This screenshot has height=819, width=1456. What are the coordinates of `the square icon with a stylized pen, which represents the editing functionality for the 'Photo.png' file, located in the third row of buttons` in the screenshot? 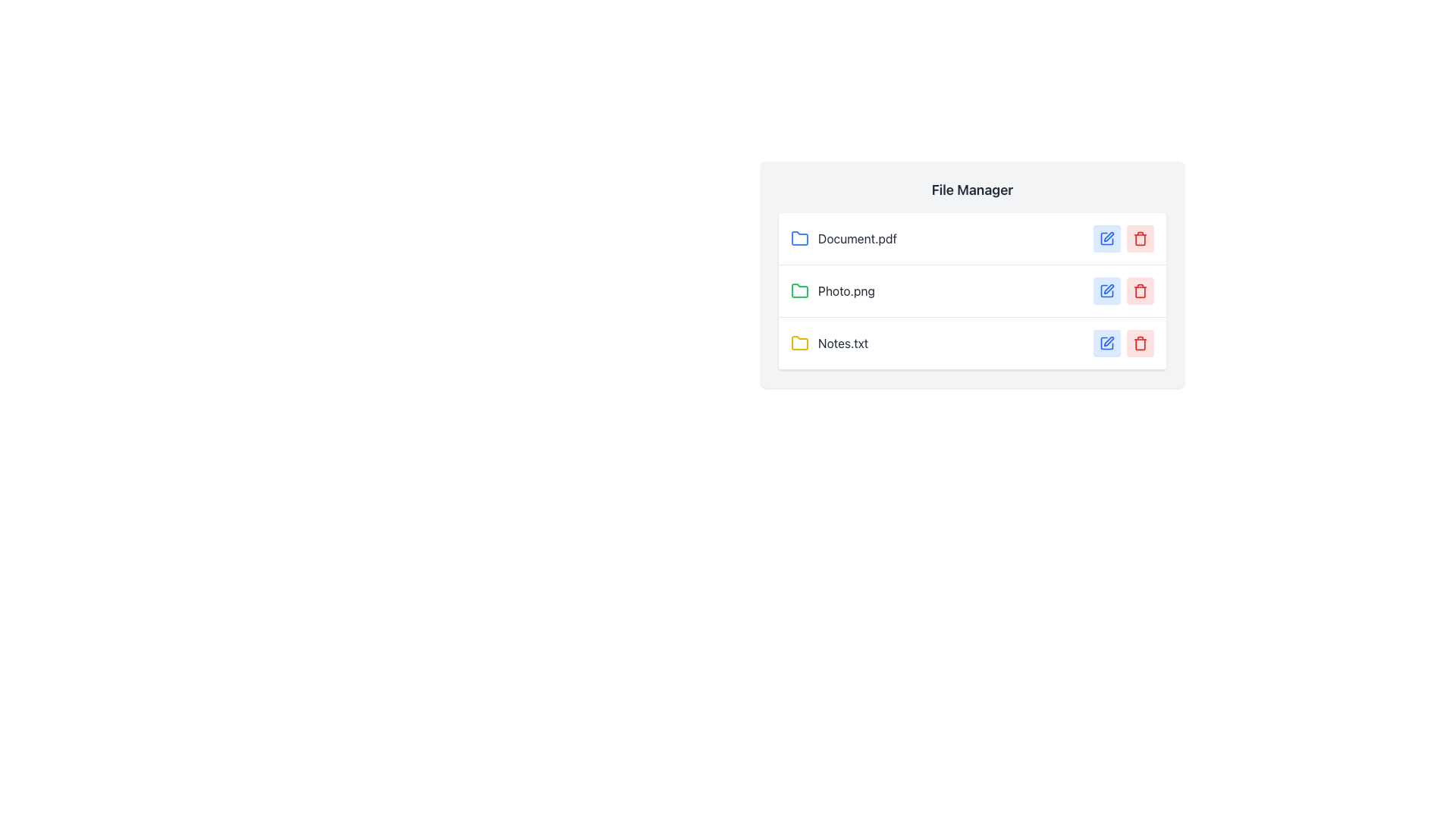 It's located at (1106, 239).